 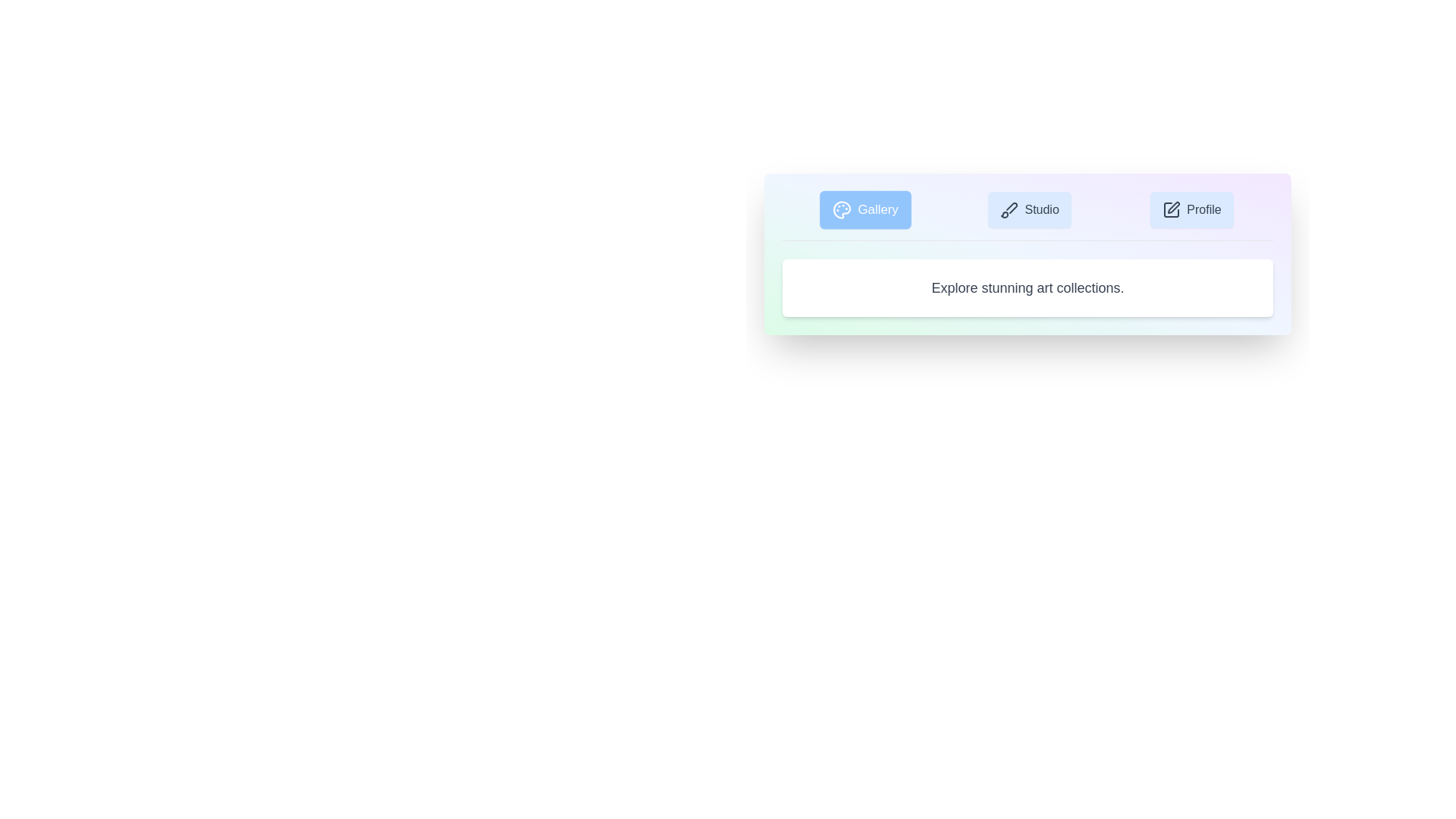 What do you see at coordinates (1191, 210) in the screenshot?
I see `the Profile tab to switch the active content` at bounding box center [1191, 210].